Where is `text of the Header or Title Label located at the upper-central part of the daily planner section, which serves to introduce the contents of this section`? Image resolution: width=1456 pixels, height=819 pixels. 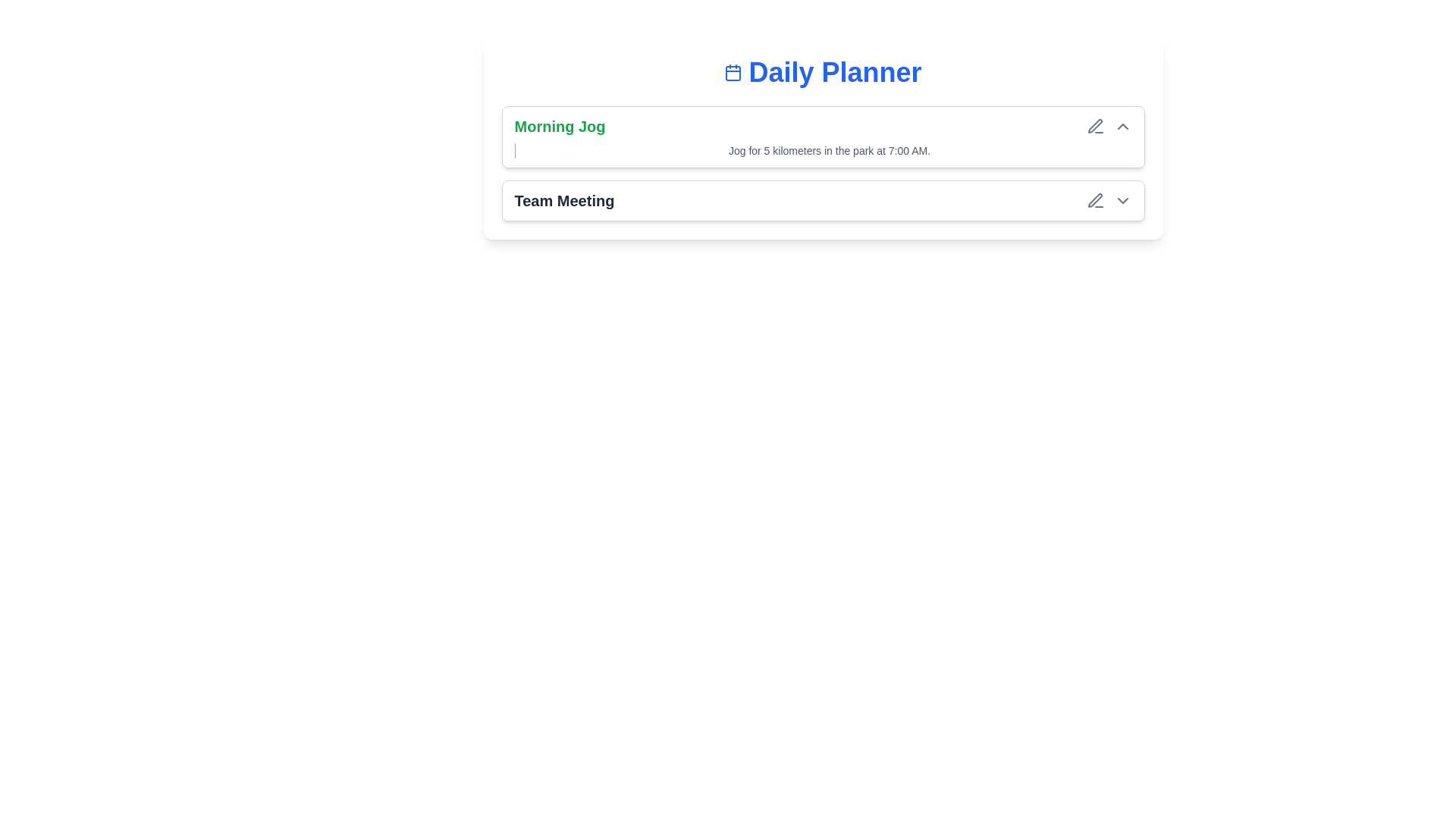 text of the Header or Title Label located at the upper-central part of the daily planner section, which serves to introduce the contents of this section is located at coordinates (822, 73).